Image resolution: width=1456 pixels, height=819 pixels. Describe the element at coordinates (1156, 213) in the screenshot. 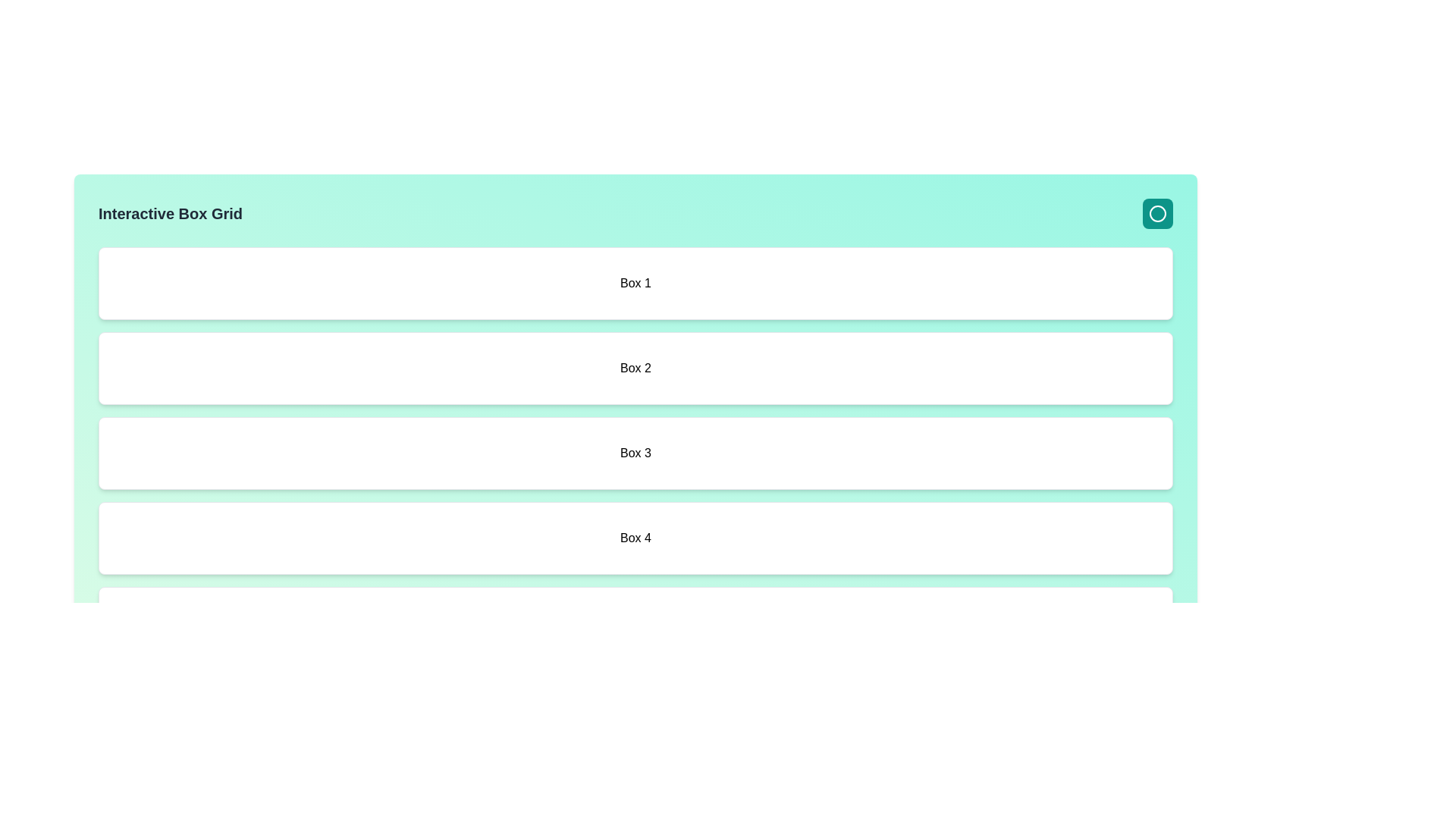

I see `the circular icon with a prominent teal outline located in the top-right corner of the interface, inside a teal background button` at that location.